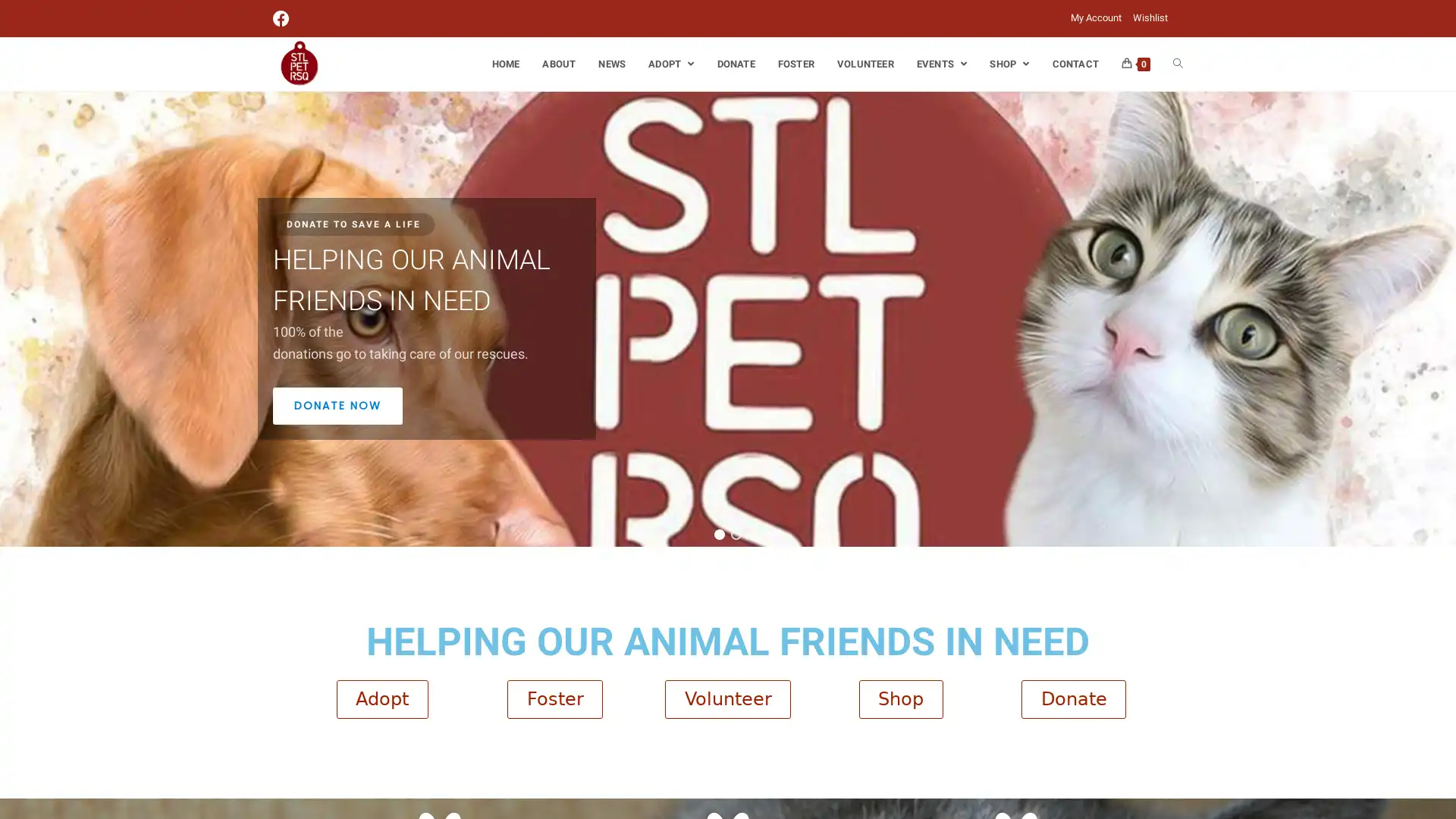 This screenshot has height=819, width=1456. I want to click on Trick or Treat, so click(736, 533).